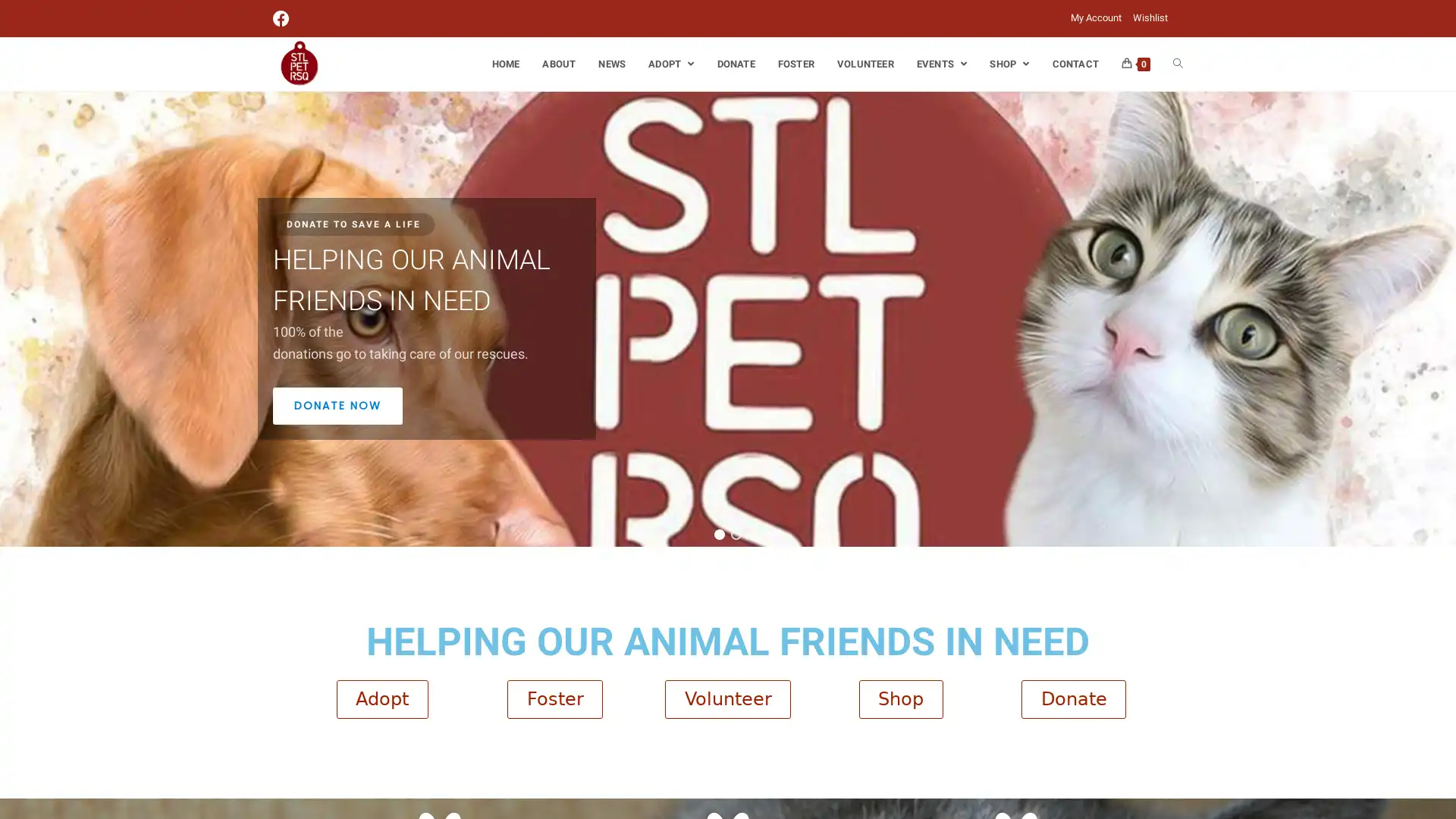 This screenshot has height=819, width=1456. I want to click on Trick or Treat, so click(736, 533).